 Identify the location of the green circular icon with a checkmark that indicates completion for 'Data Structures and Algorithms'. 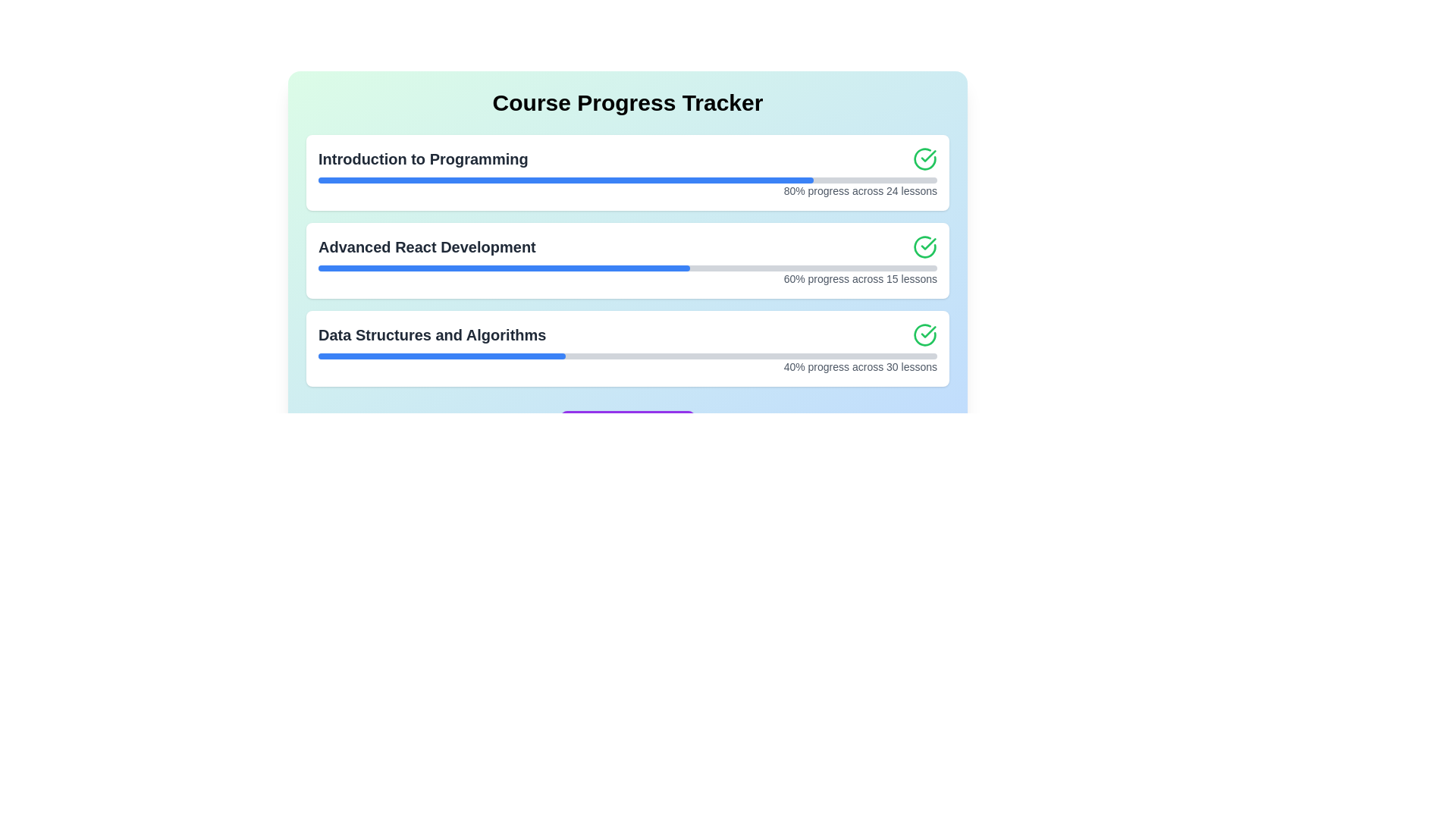
(924, 334).